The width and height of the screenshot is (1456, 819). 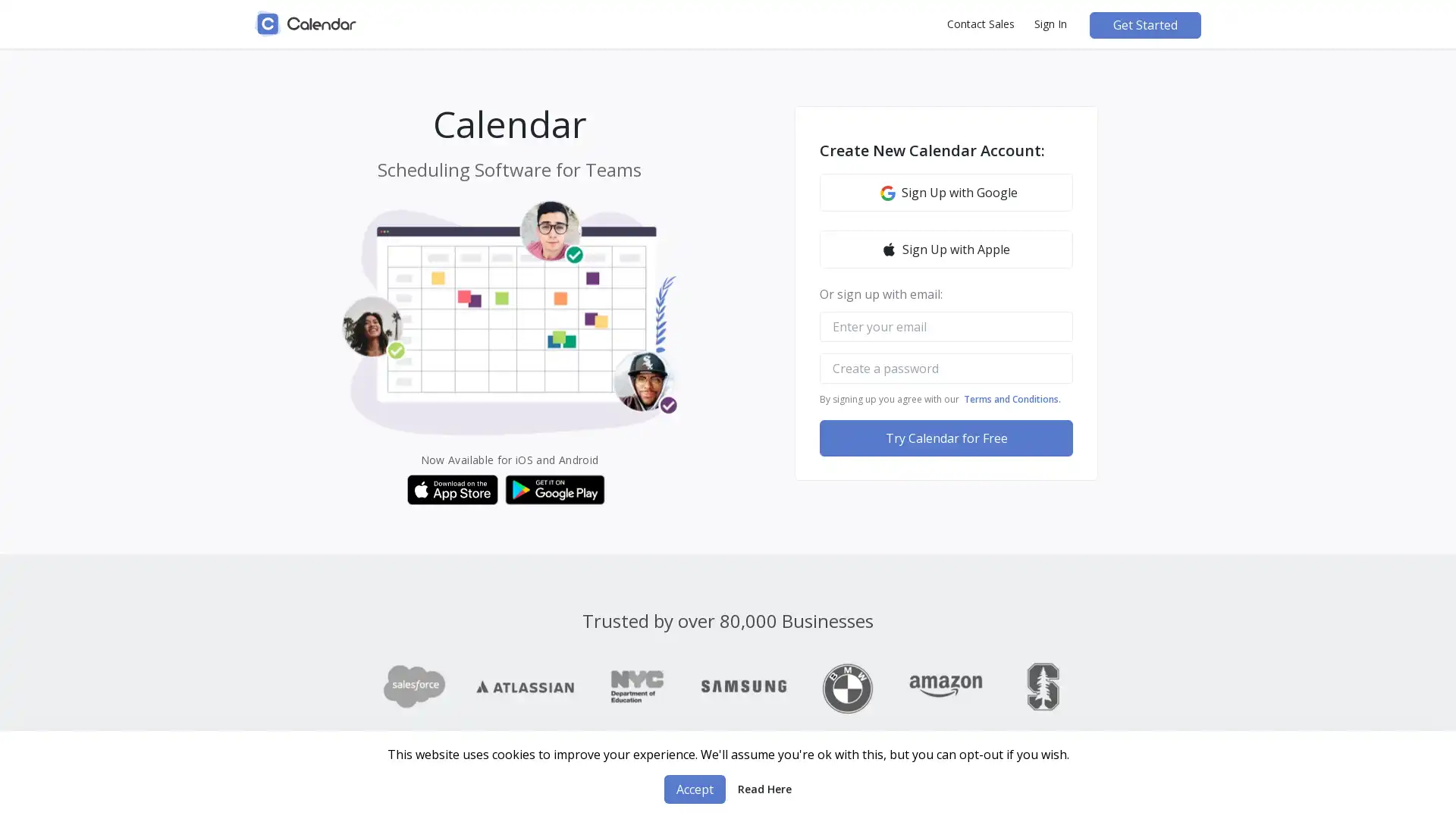 What do you see at coordinates (996, 334) in the screenshot?
I see `Close Modal` at bounding box center [996, 334].